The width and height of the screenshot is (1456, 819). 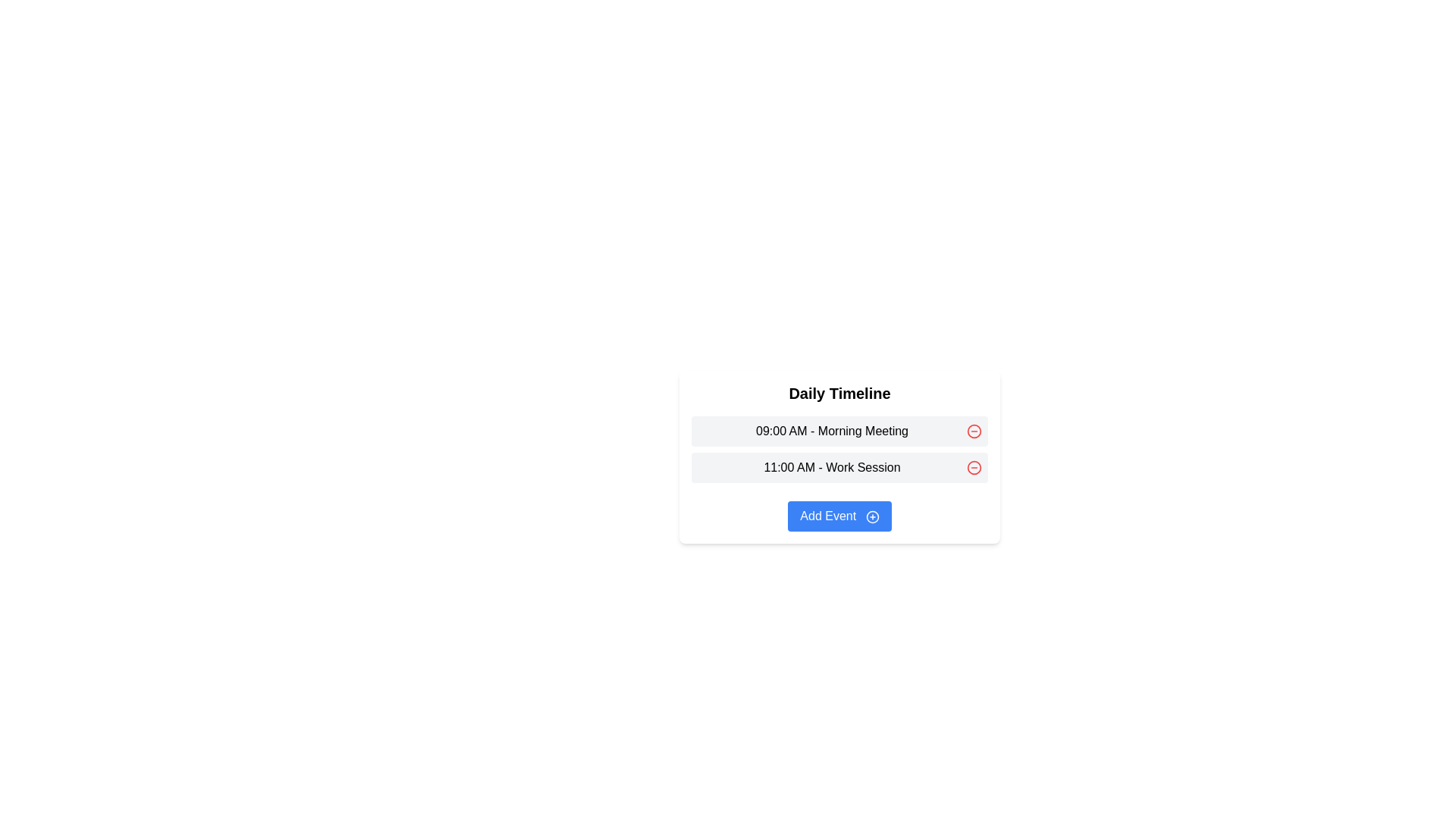 I want to click on the circular icon with a plus sign located to the right of the 'Add Event' button's text, so click(x=872, y=516).